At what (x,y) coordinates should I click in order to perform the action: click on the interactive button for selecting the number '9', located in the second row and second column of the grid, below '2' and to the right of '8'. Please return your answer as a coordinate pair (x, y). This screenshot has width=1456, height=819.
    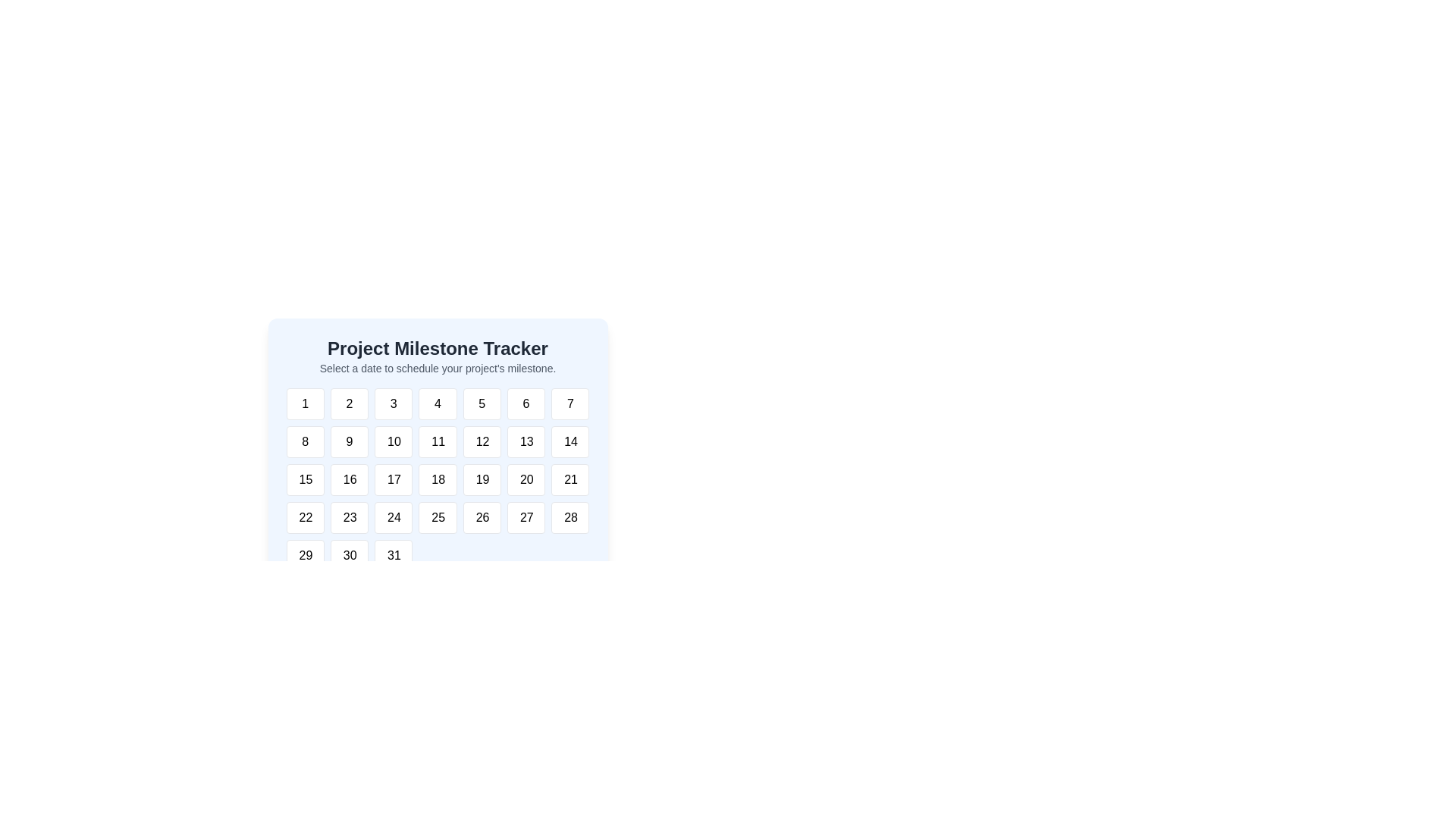
    Looking at the image, I should click on (348, 441).